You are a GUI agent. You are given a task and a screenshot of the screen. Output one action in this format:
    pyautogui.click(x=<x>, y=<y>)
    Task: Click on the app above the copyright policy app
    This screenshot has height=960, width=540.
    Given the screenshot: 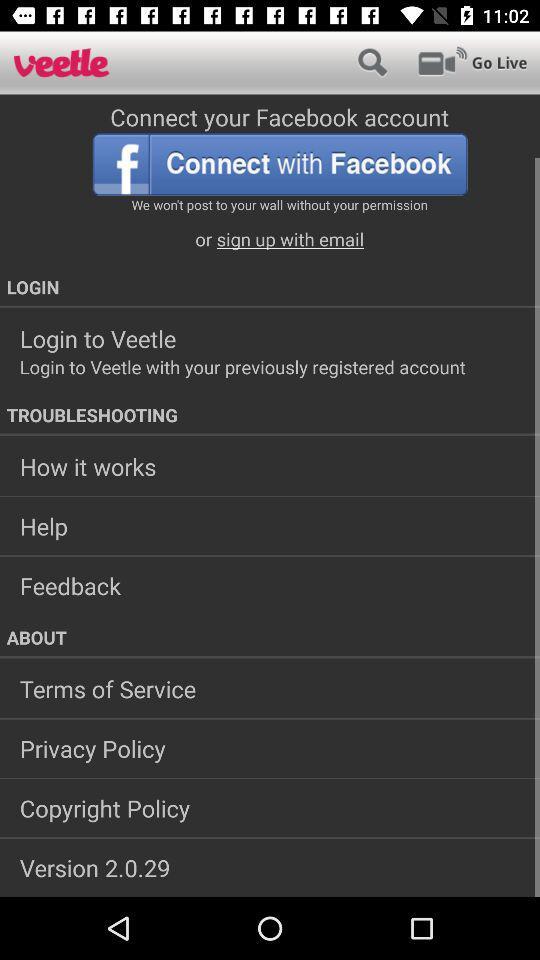 What is the action you would take?
    pyautogui.click(x=270, y=747)
    